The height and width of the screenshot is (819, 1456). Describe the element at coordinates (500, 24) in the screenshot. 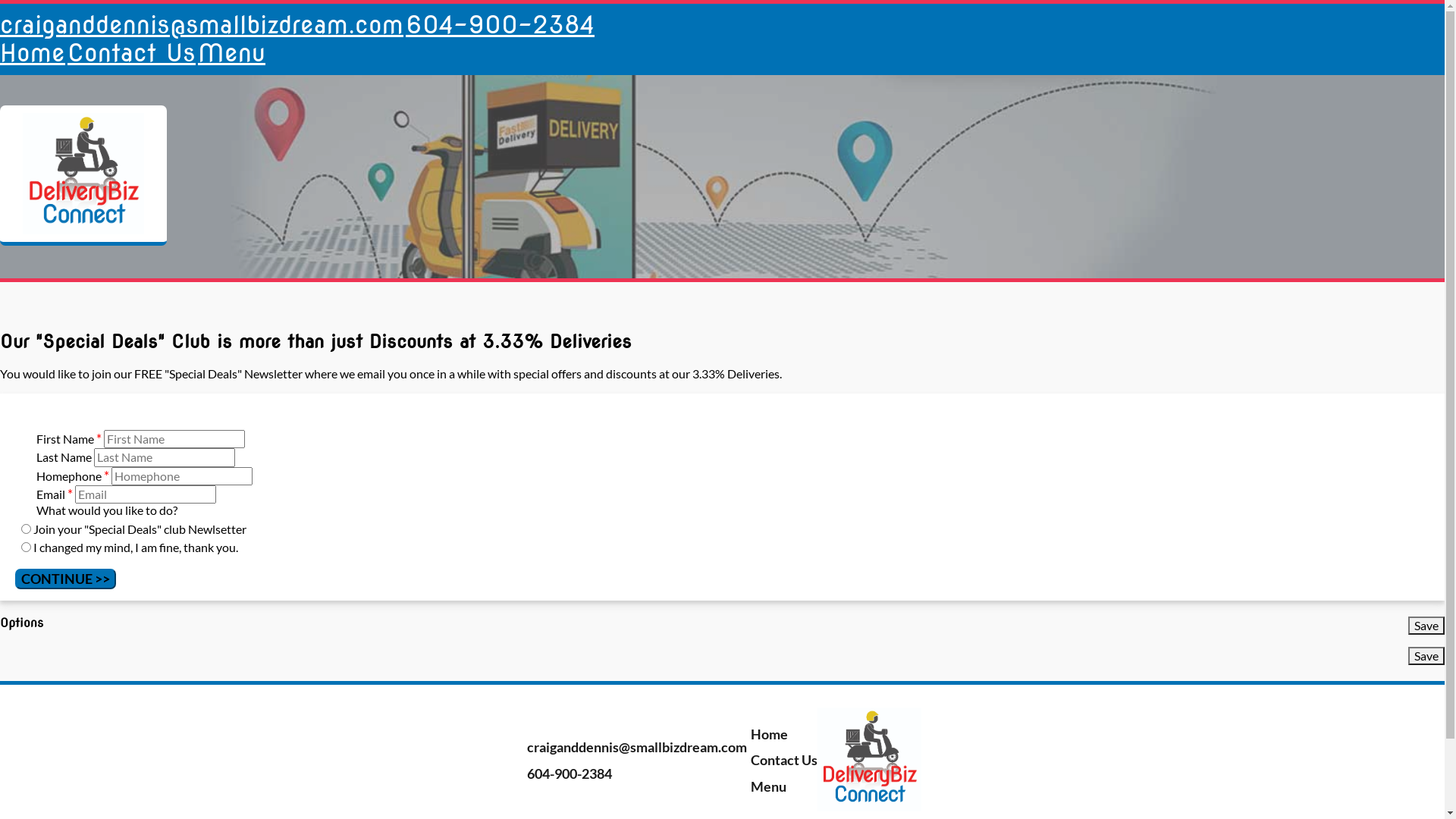

I see `'604-900-2384'` at that location.